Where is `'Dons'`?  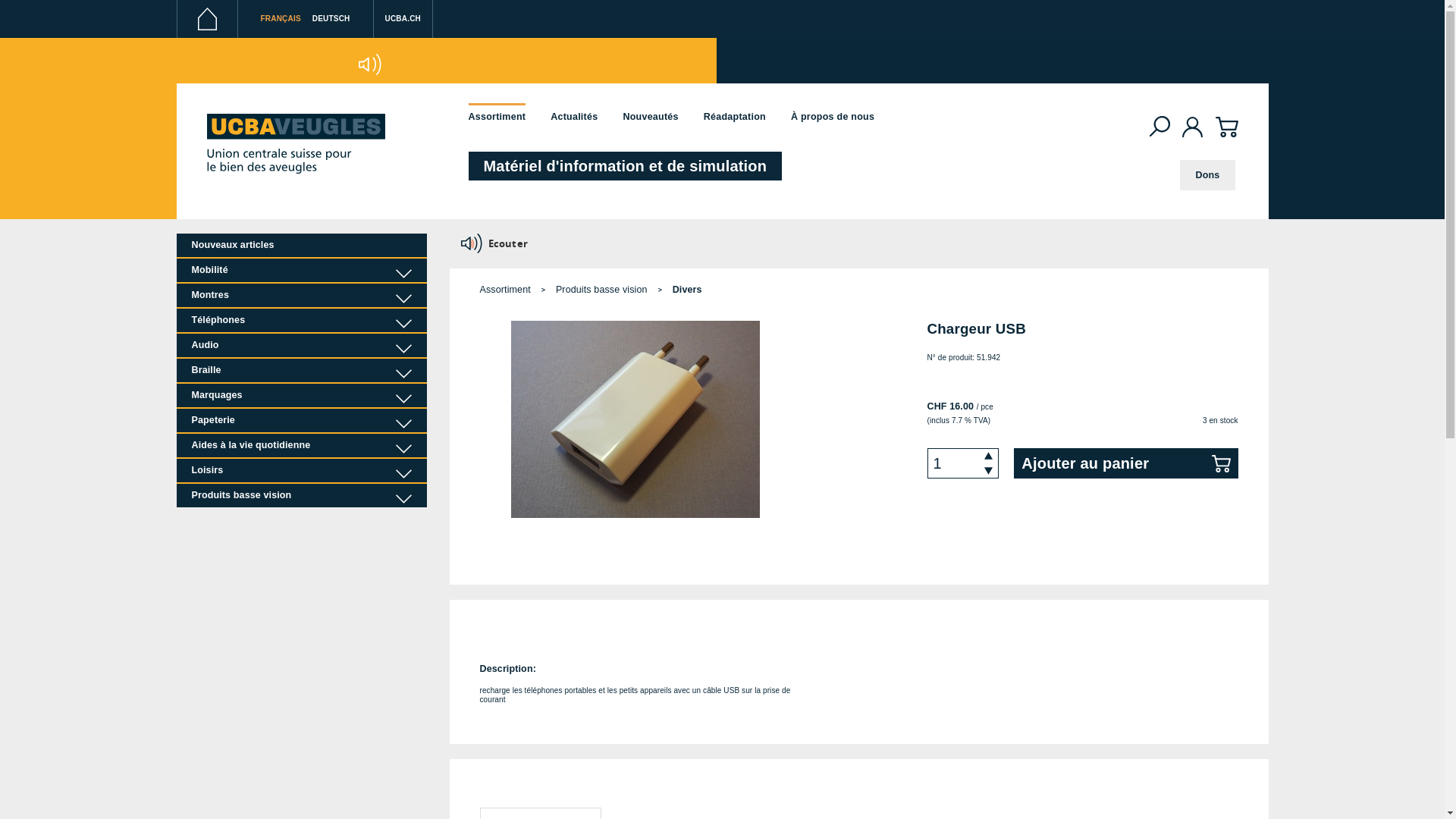
'Dons' is located at coordinates (1207, 174).